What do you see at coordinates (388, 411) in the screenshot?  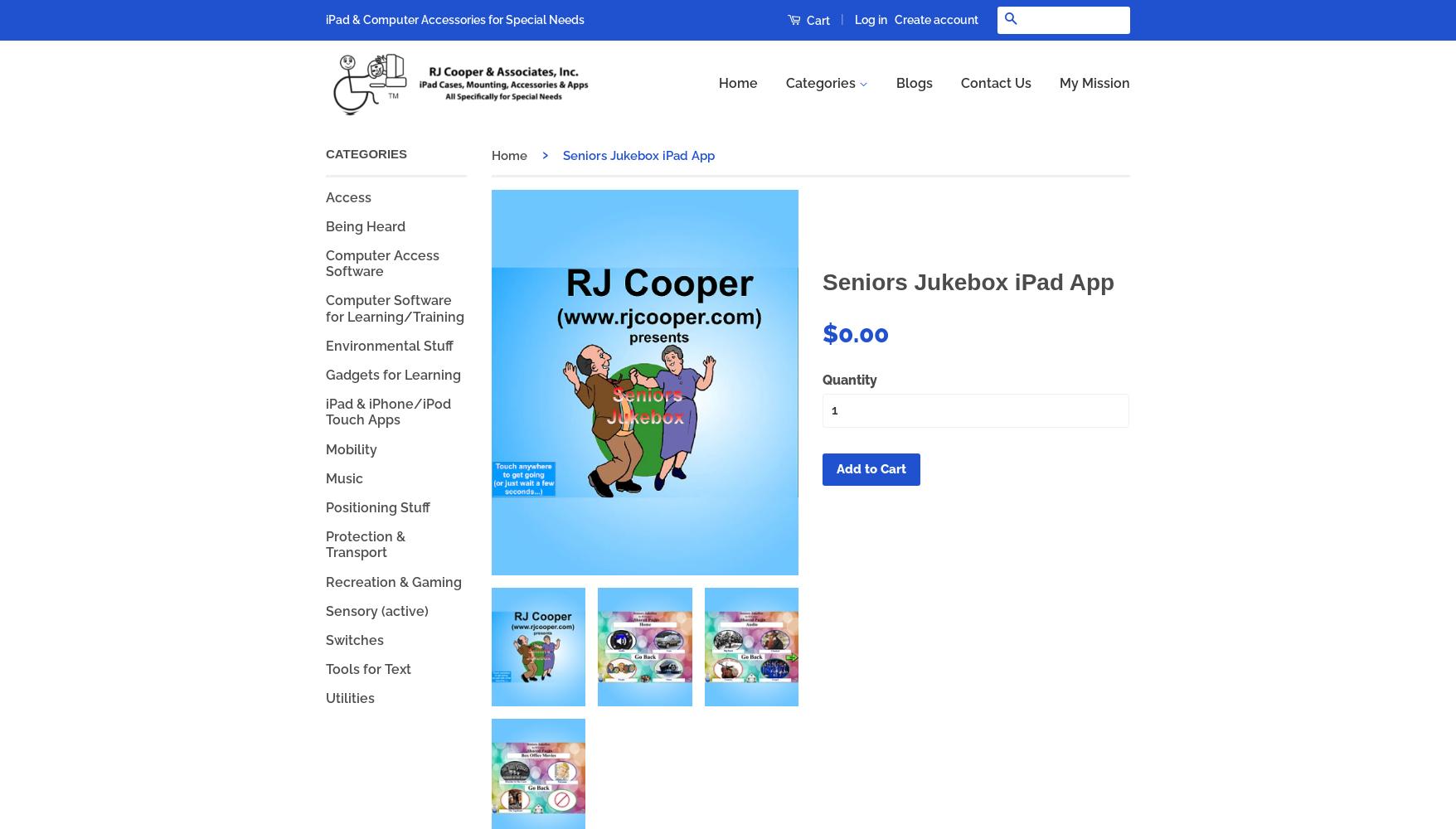 I see `'iPad & iPhone/iPod Touch Apps'` at bounding box center [388, 411].